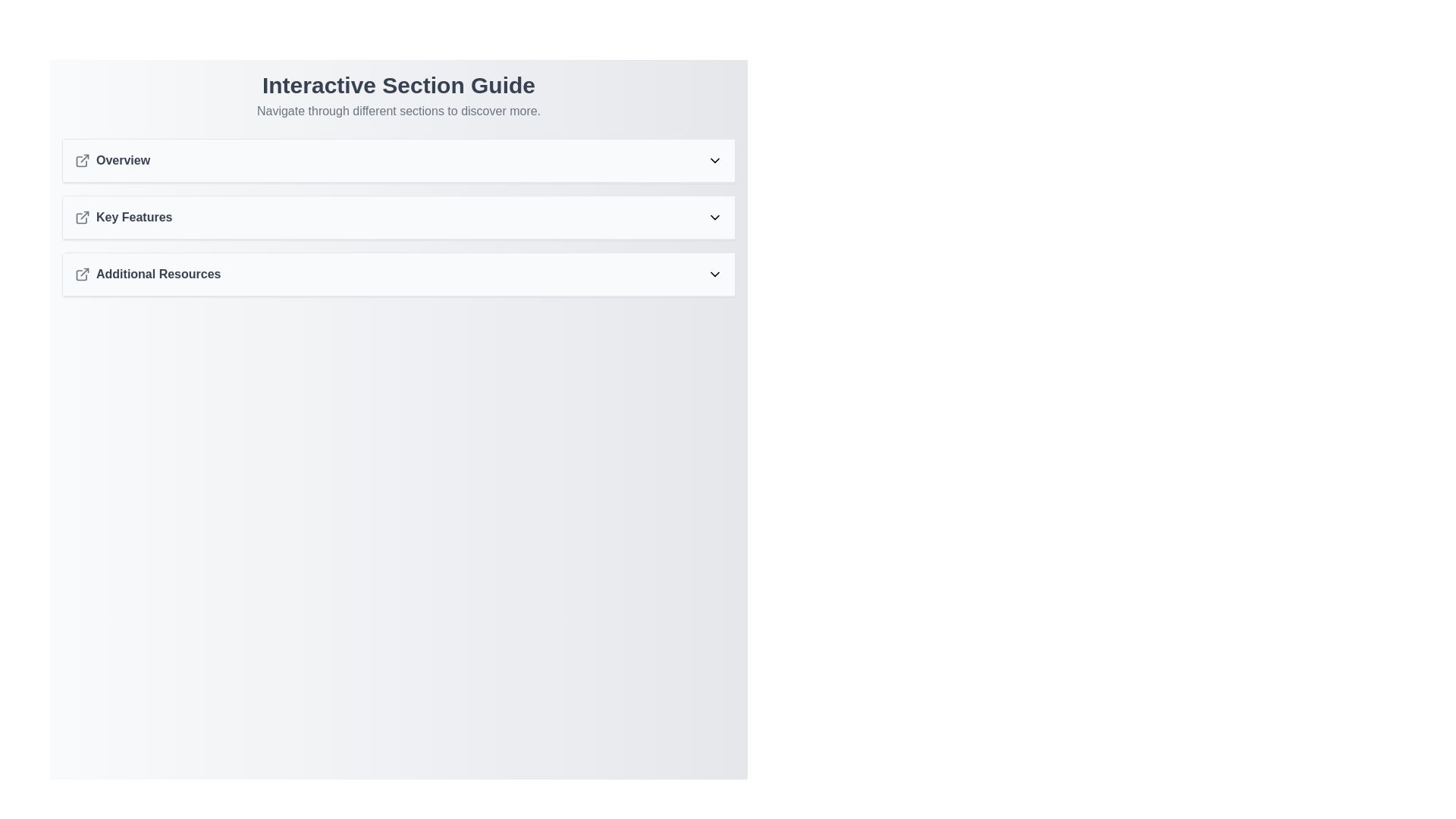  Describe the element at coordinates (134, 217) in the screenshot. I see `text label 'Key Features' which is styled in bold gray font, located in the middle of a vertical stack of text items between 'Overview' and 'Additional Resources'` at that location.